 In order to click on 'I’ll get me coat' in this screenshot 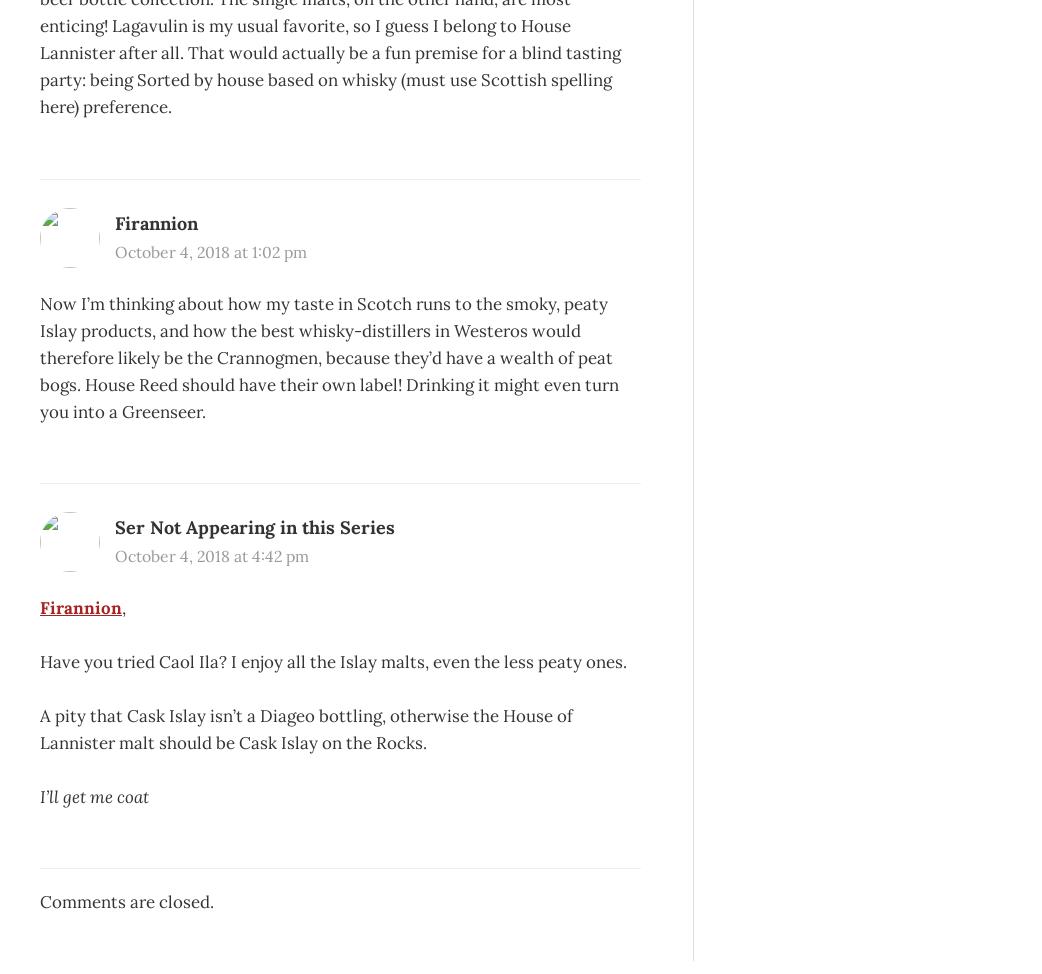, I will do `click(94, 794)`.